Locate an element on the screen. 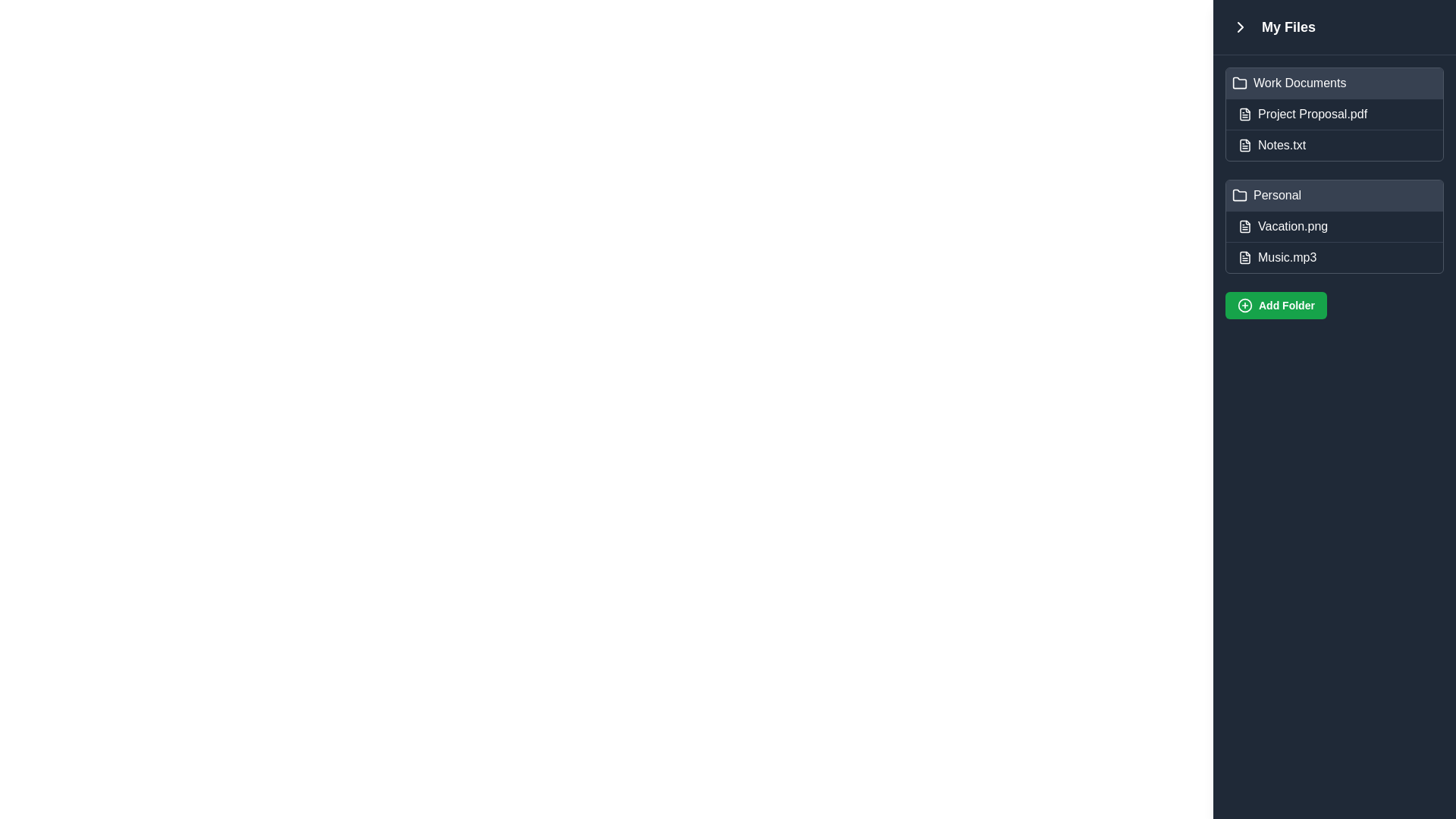 This screenshot has height=819, width=1456. the text label displaying 'Music.mp3' located is located at coordinates (1286, 256).